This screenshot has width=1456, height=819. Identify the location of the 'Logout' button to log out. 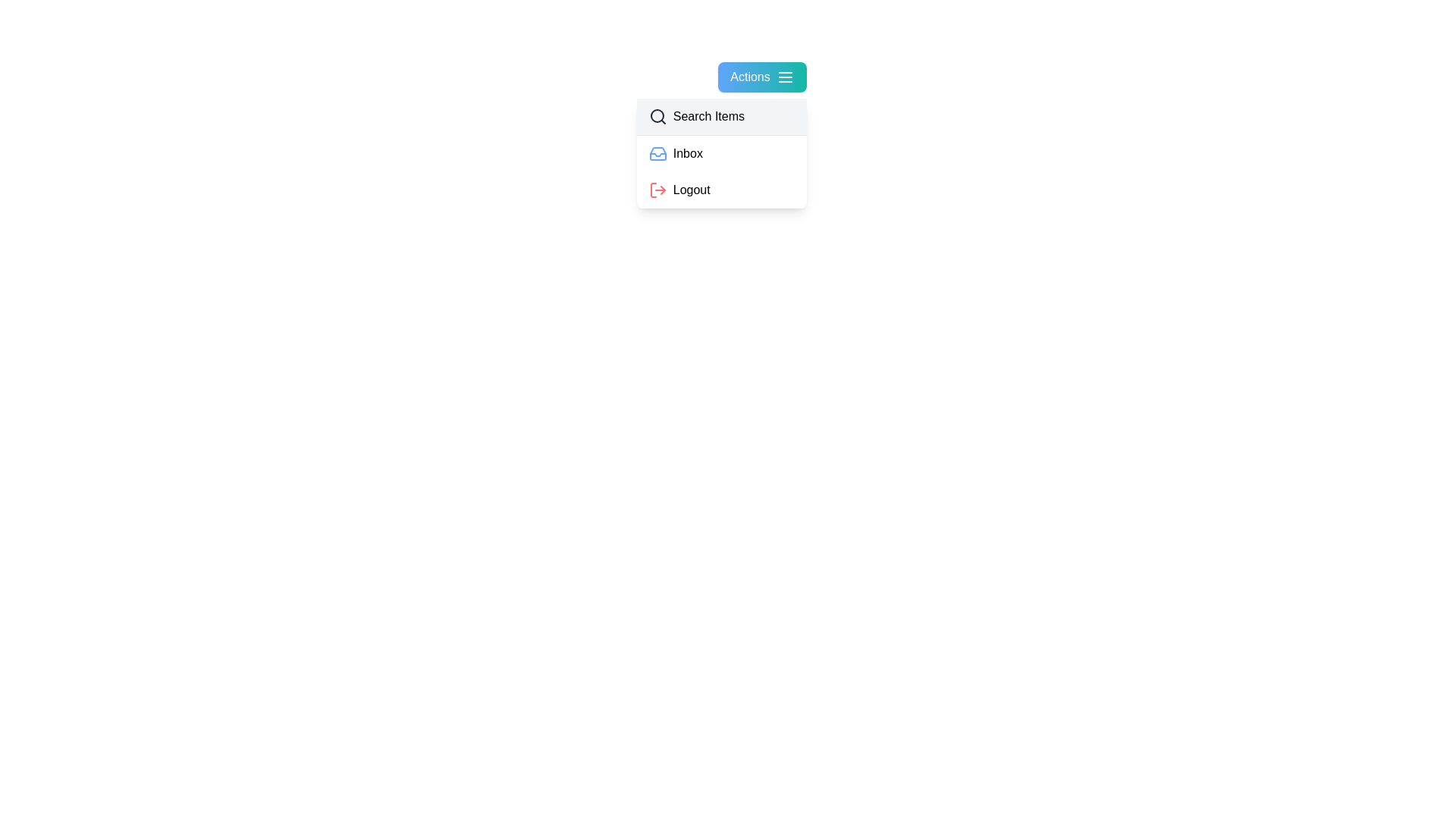
(720, 189).